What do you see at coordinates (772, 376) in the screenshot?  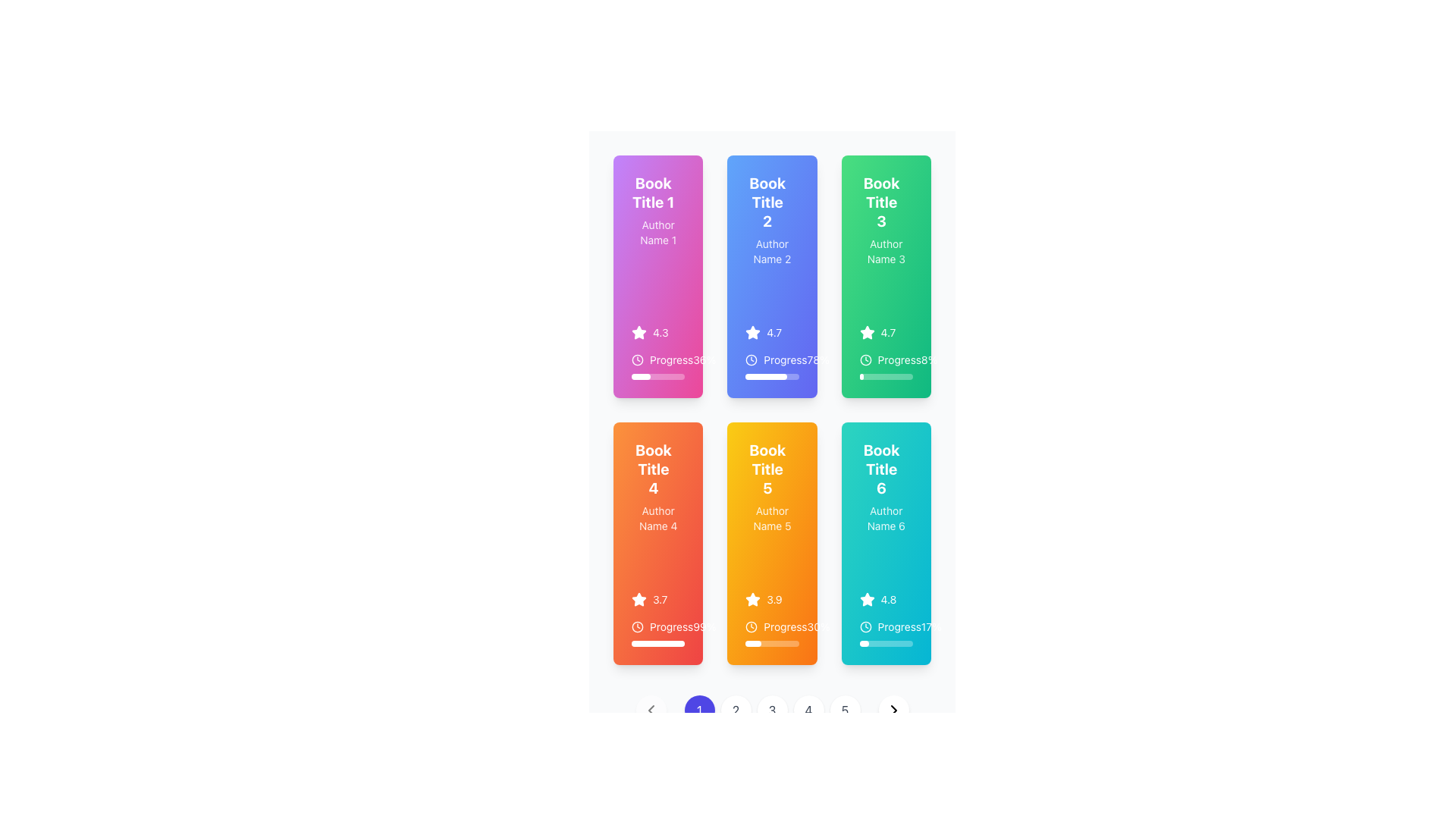 I see `the Progress Bar located below the 'Progress 78%' text and the star icon indicating a rating of 4.7 within the card for 'Book Title 2'` at bounding box center [772, 376].